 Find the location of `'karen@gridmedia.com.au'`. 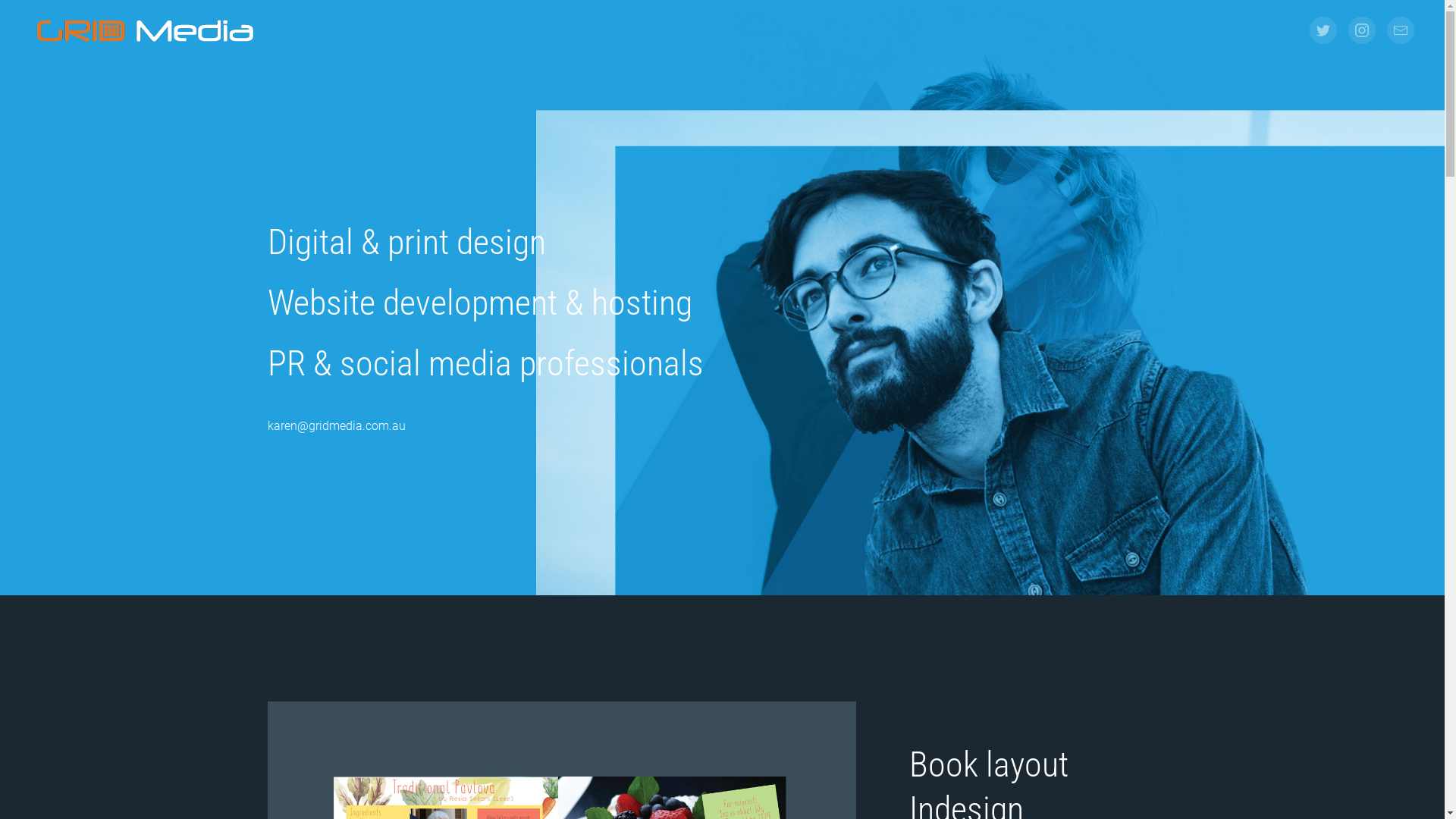

'karen@gridmedia.com.au' is located at coordinates (266, 425).